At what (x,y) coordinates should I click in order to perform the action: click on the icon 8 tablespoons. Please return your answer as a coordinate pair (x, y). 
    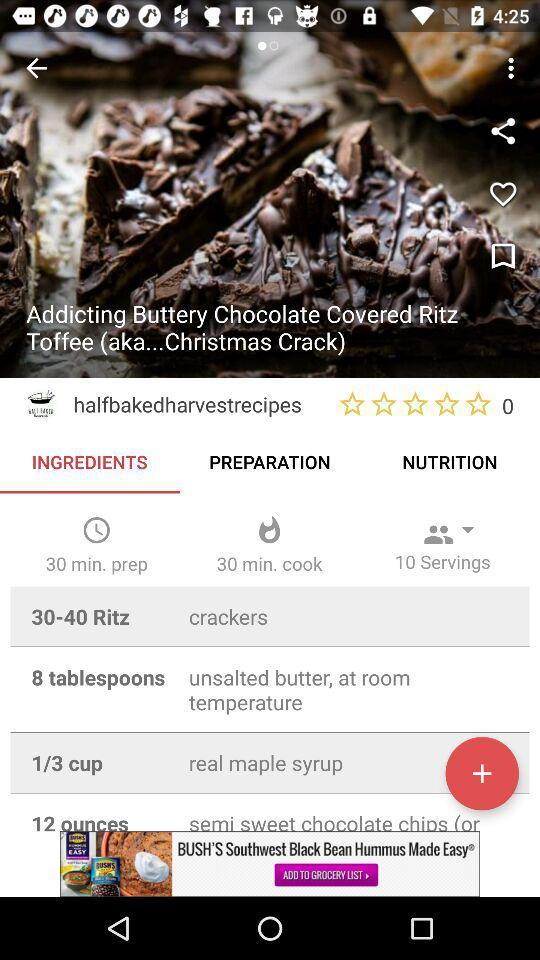
    Looking at the image, I should click on (99, 677).